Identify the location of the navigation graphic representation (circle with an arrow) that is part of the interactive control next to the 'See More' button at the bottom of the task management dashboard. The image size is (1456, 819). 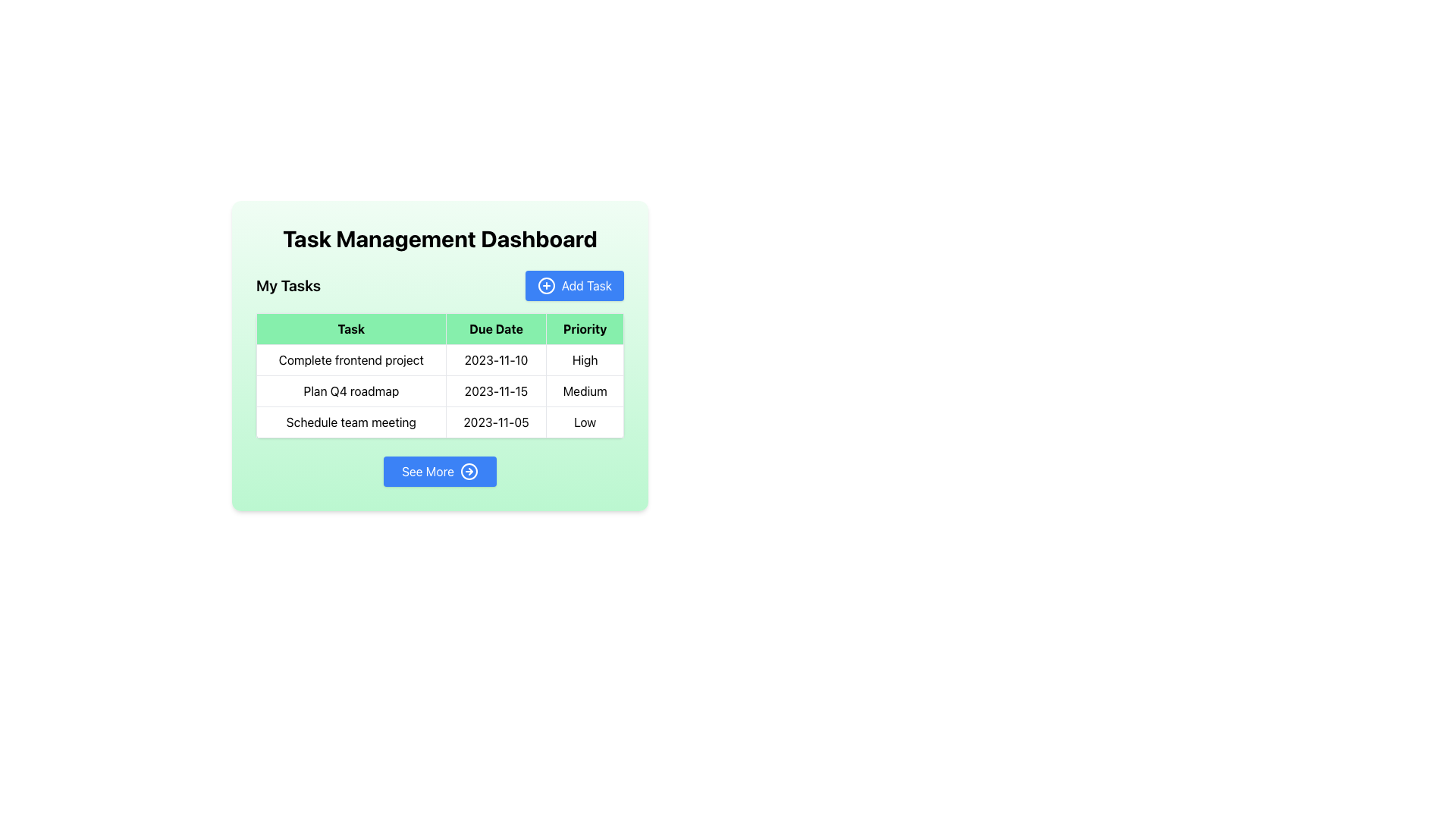
(469, 470).